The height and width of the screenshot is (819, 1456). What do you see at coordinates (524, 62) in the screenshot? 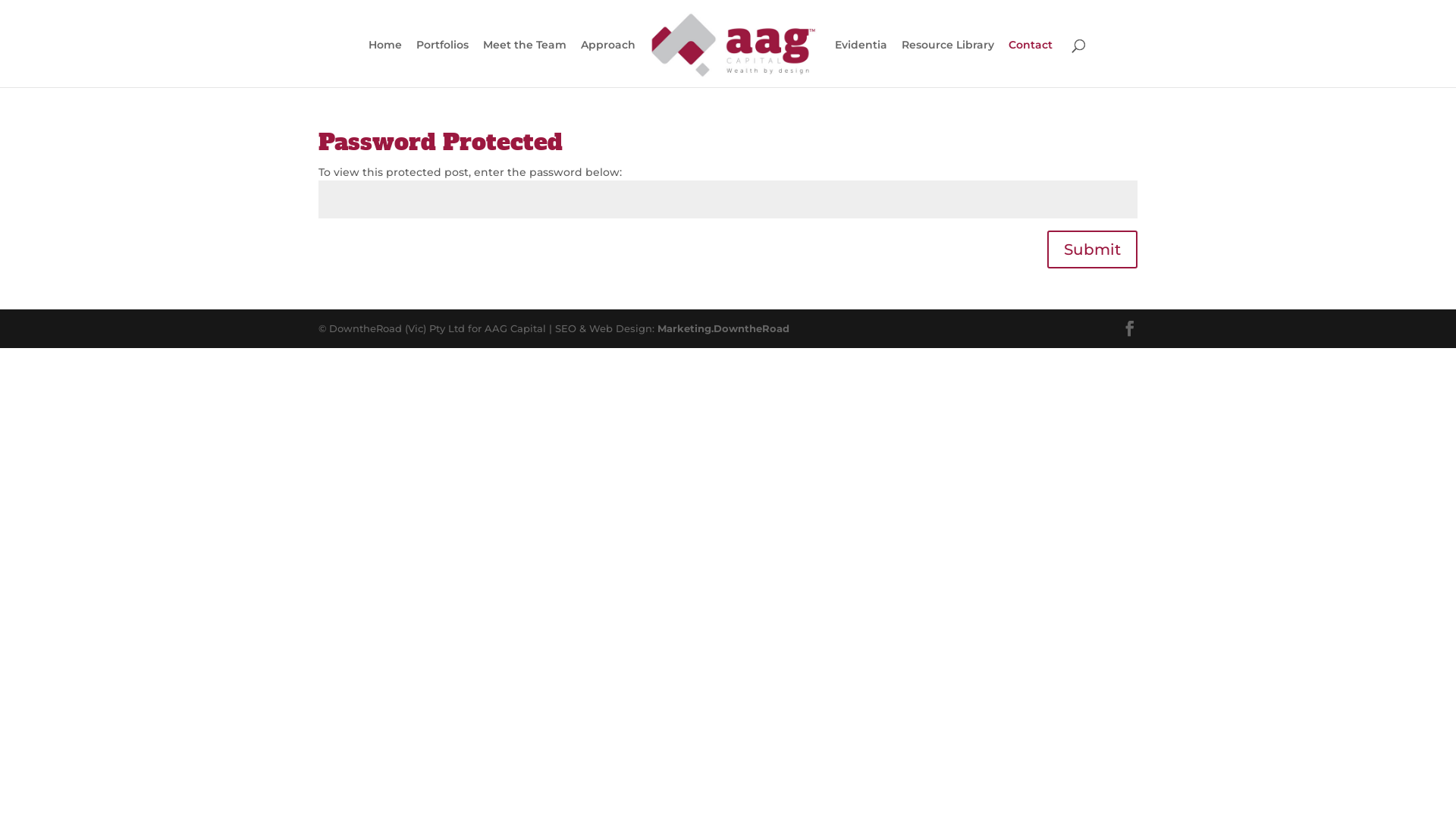
I see `'Meet the Team'` at bounding box center [524, 62].